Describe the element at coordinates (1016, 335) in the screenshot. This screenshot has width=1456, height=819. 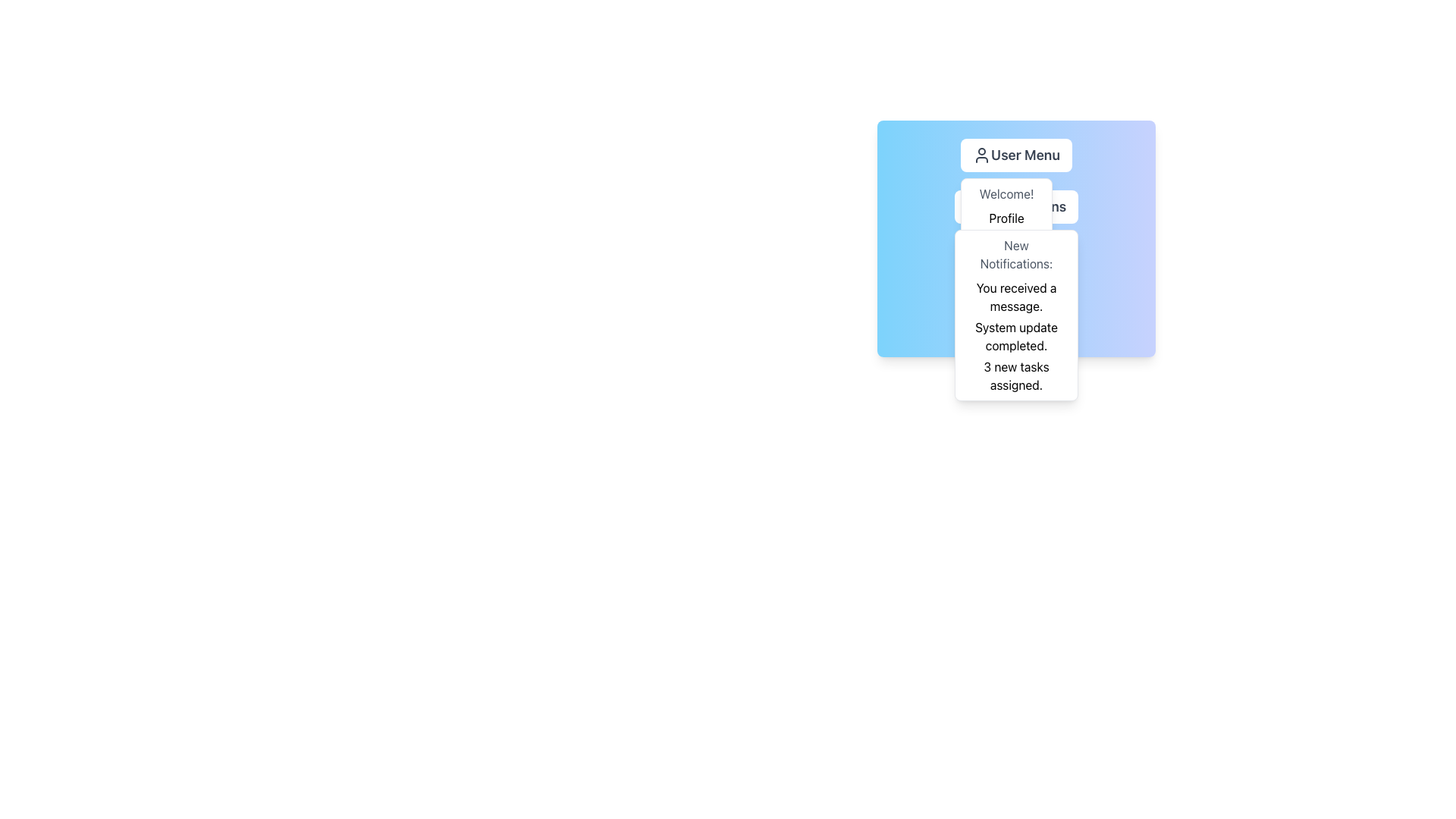
I see `the Text block that displays notifications, located directly below 'New Notifications:', to interact with adjacent elements` at that location.